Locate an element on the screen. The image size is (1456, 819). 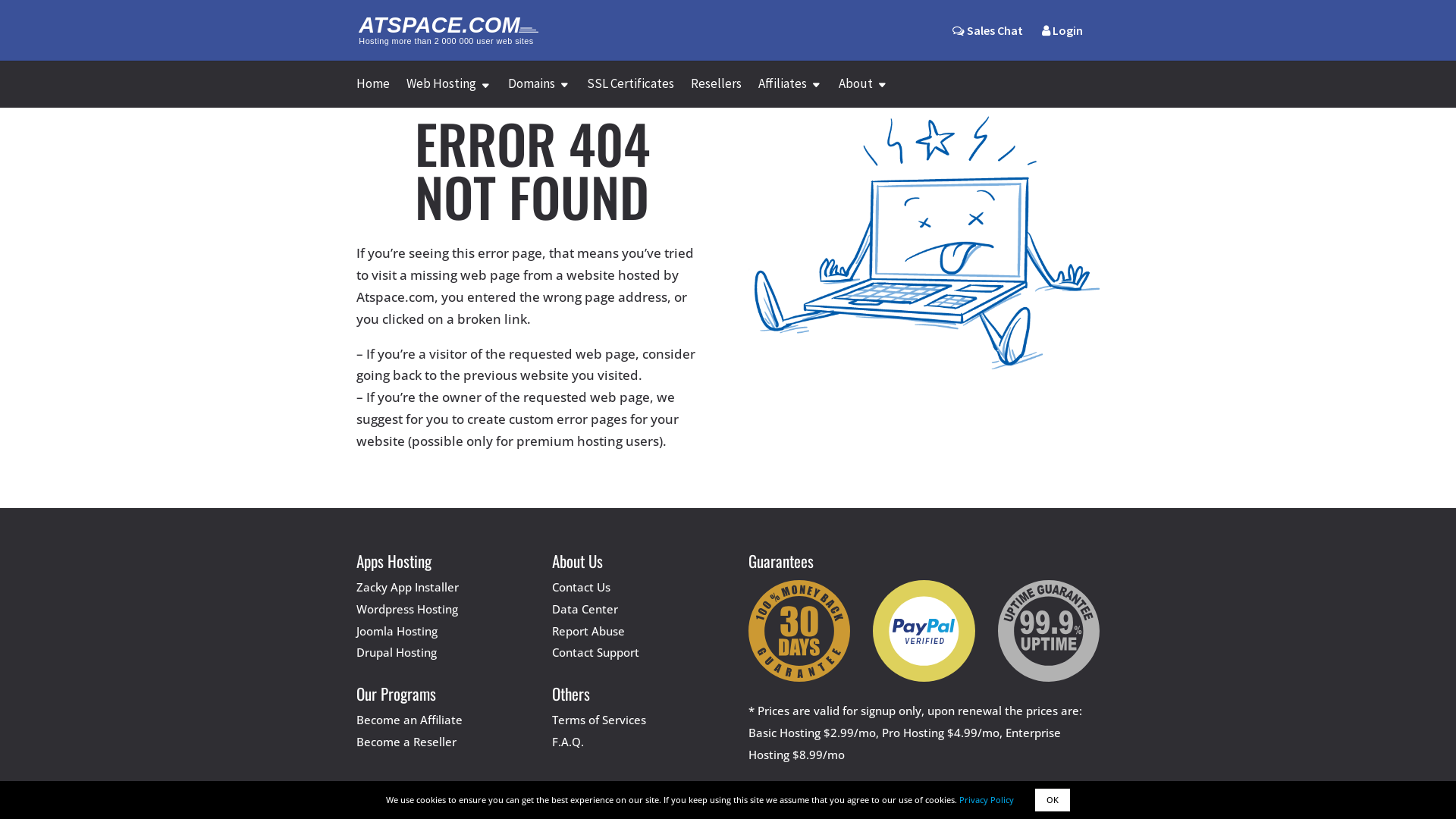
'Become a Reseller' is located at coordinates (406, 741).